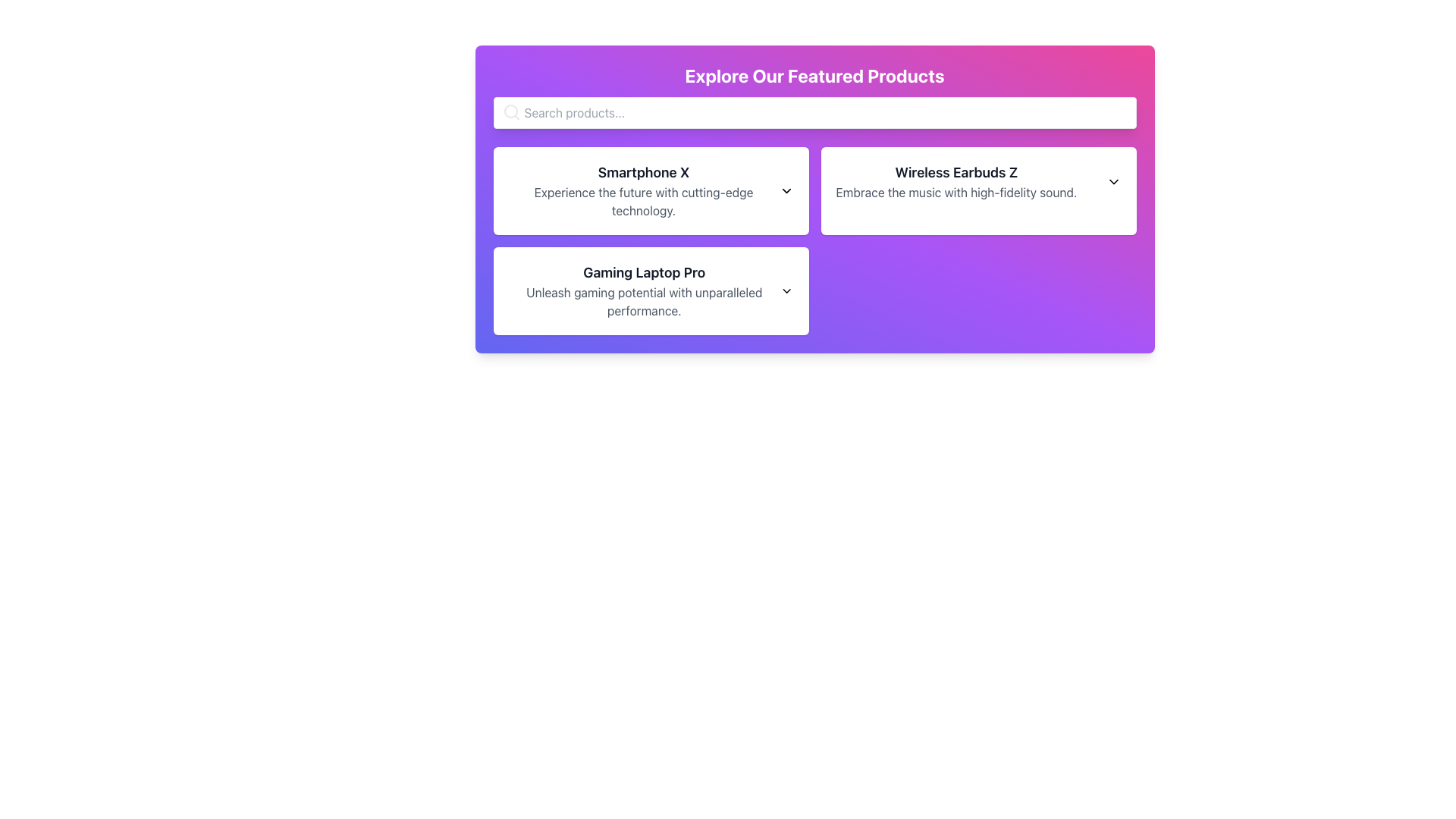  Describe the element at coordinates (651, 190) in the screenshot. I see `the item description for 'Smartphone X' located in the left column of the product selection interface under 'Explore Our Featured Products'` at that location.